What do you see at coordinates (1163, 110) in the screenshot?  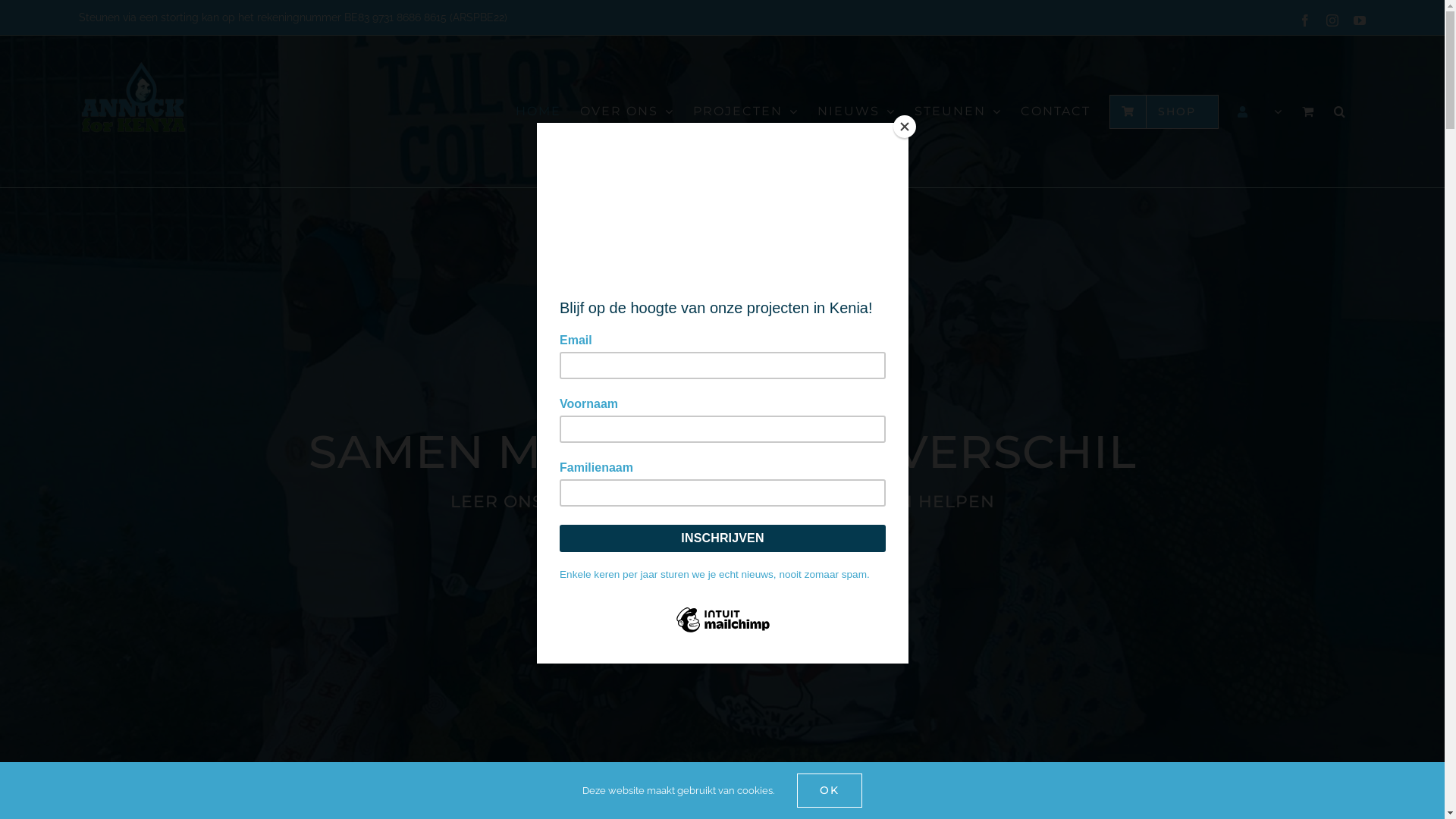 I see `'SHOP'` at bounding box center [1163, 110].